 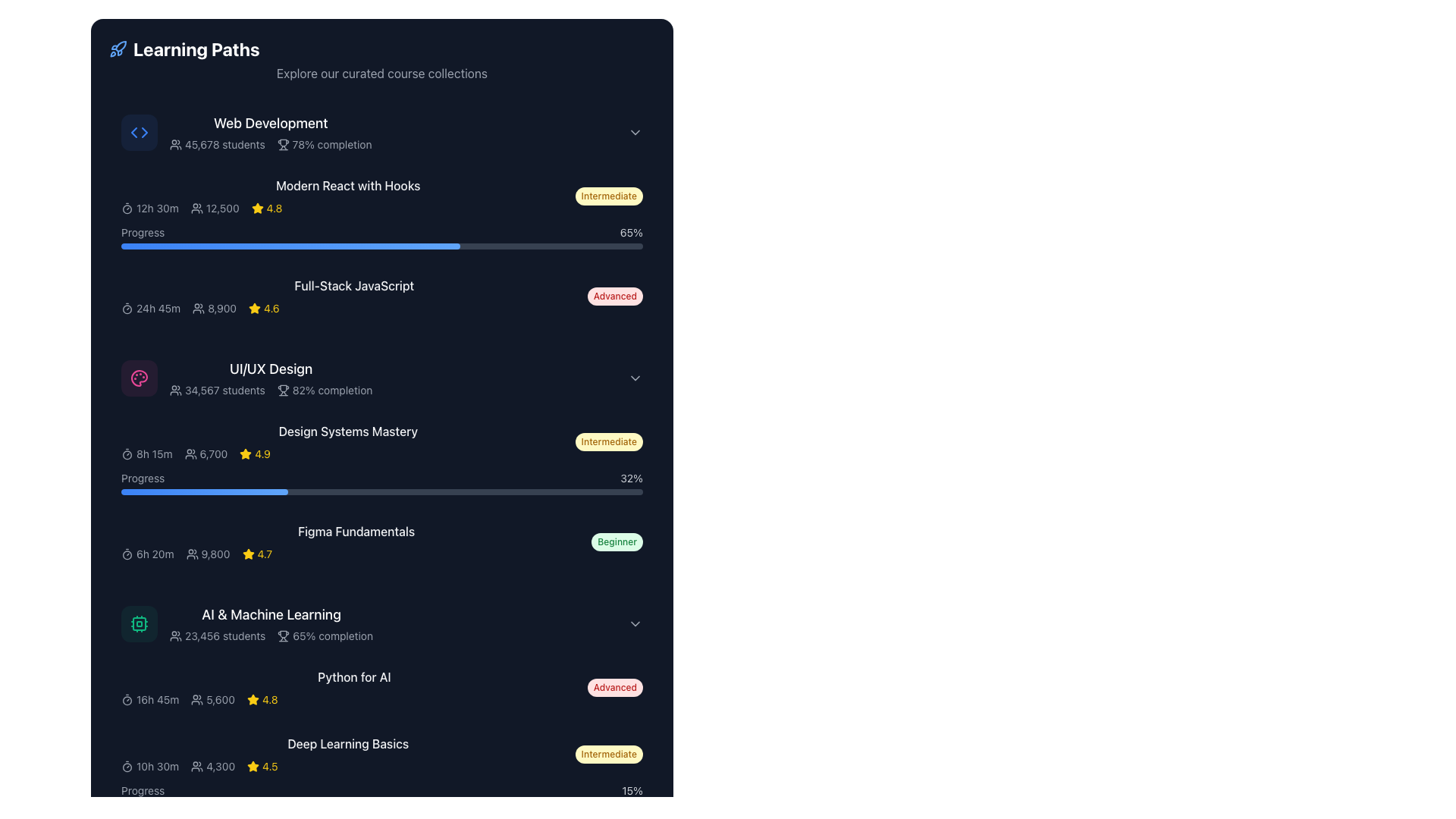 What do you see at coordinates (353, 699) in the screenshot?
I see `the information display row that shows the course's duration, participant count, and rating in the 'Python for AI' course section under 'AI & Machine Learning'` at bounding box center [353, 699].